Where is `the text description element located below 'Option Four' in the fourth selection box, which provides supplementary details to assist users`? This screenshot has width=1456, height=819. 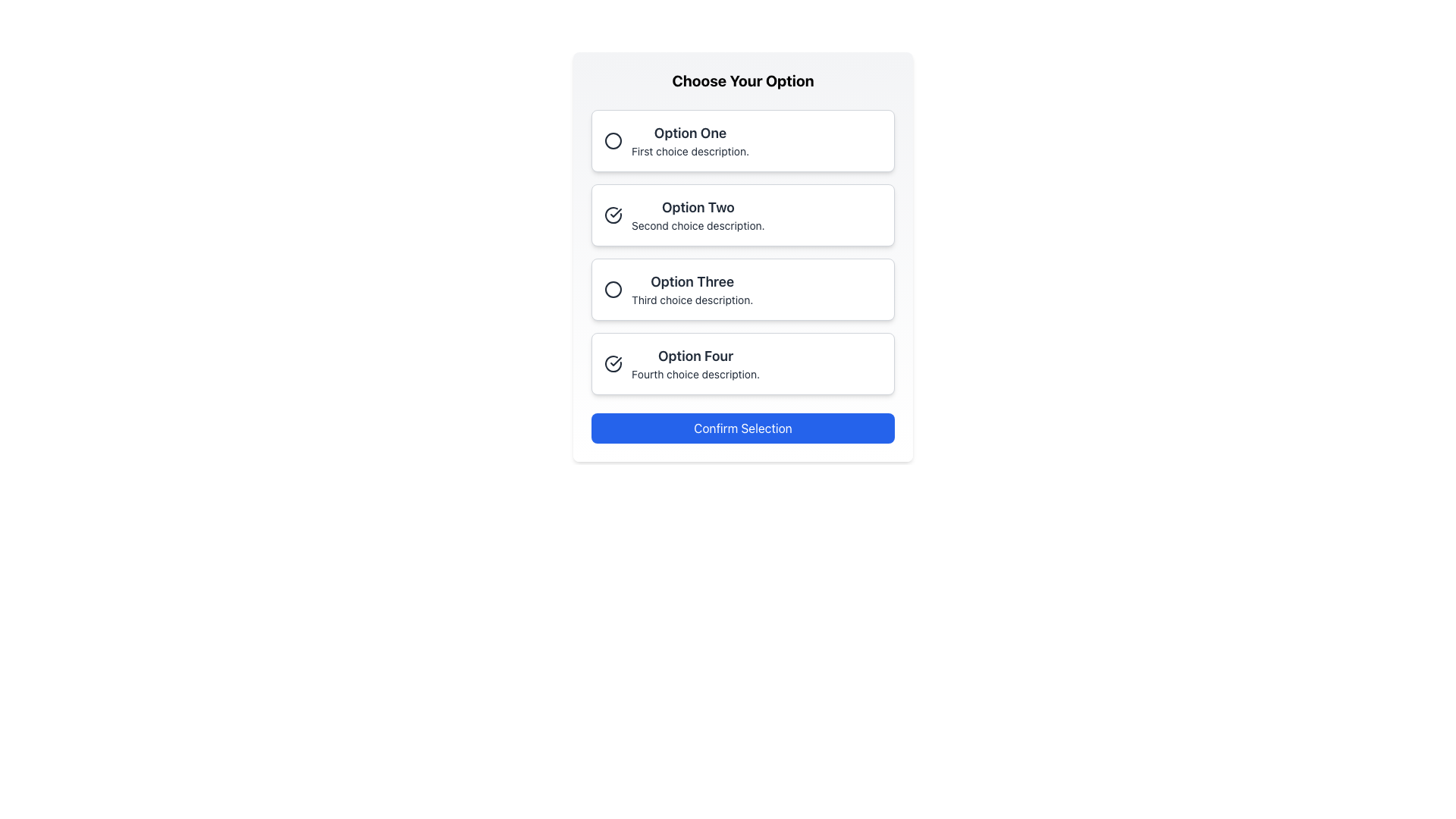 the text description element located below 'Option Four' in the fourth selection box, which provides supplementary details to assist users is located at coordinates (695, 374).